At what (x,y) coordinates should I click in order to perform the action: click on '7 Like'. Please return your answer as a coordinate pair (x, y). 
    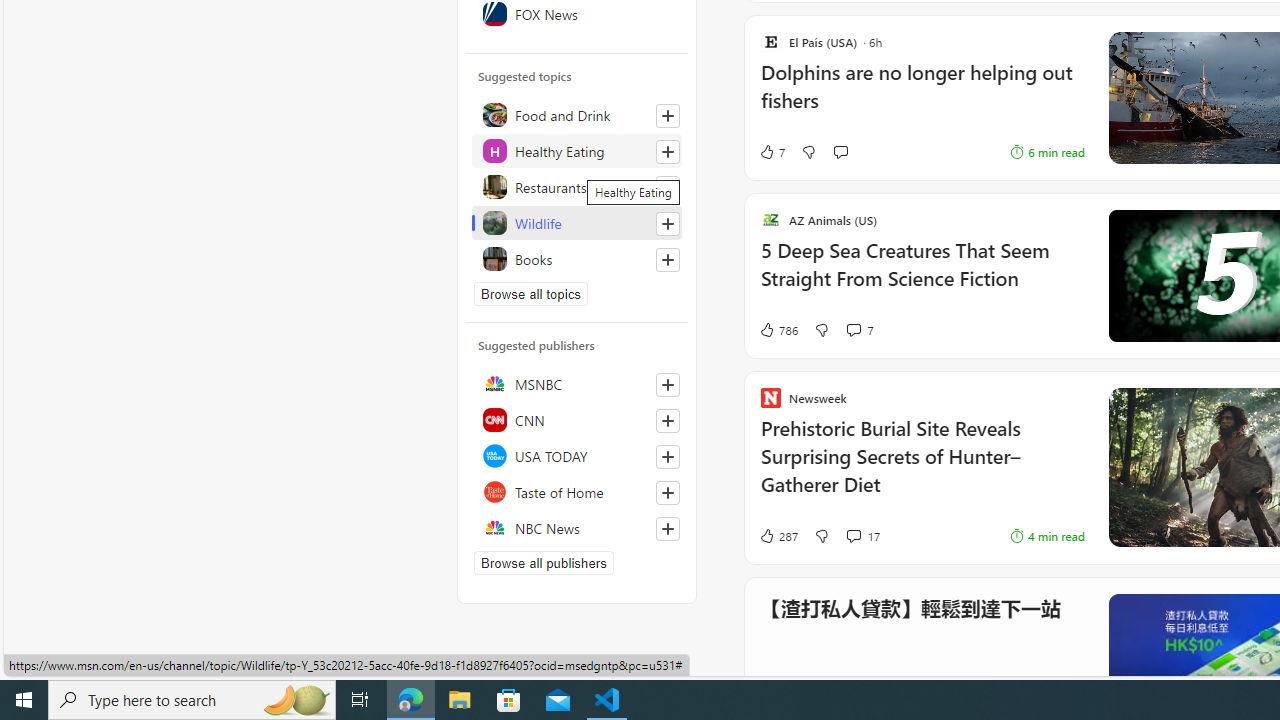
    Looking at the image, I should click on (770, 151).